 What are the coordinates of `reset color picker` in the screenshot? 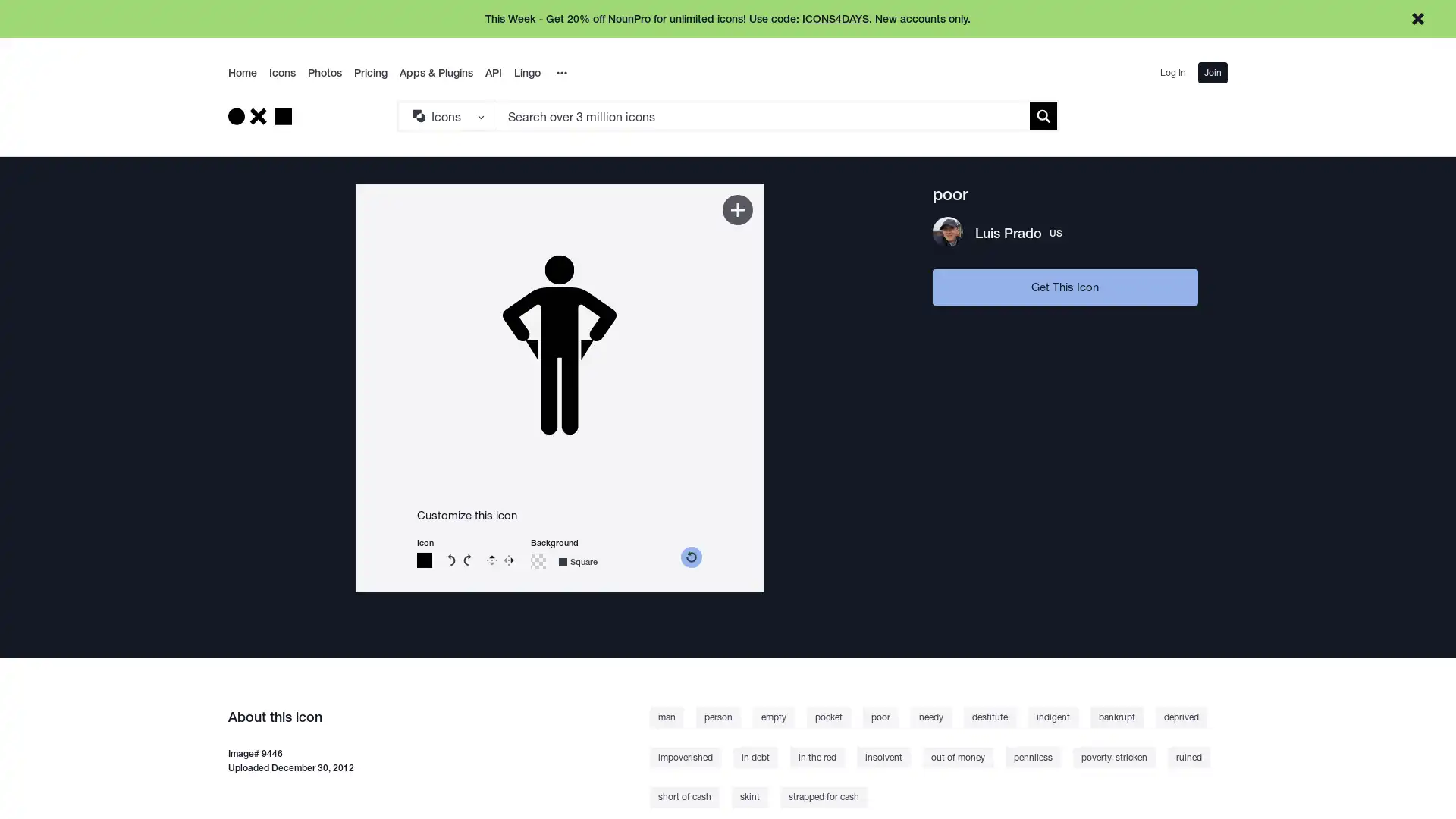 It's located at (690, 557).